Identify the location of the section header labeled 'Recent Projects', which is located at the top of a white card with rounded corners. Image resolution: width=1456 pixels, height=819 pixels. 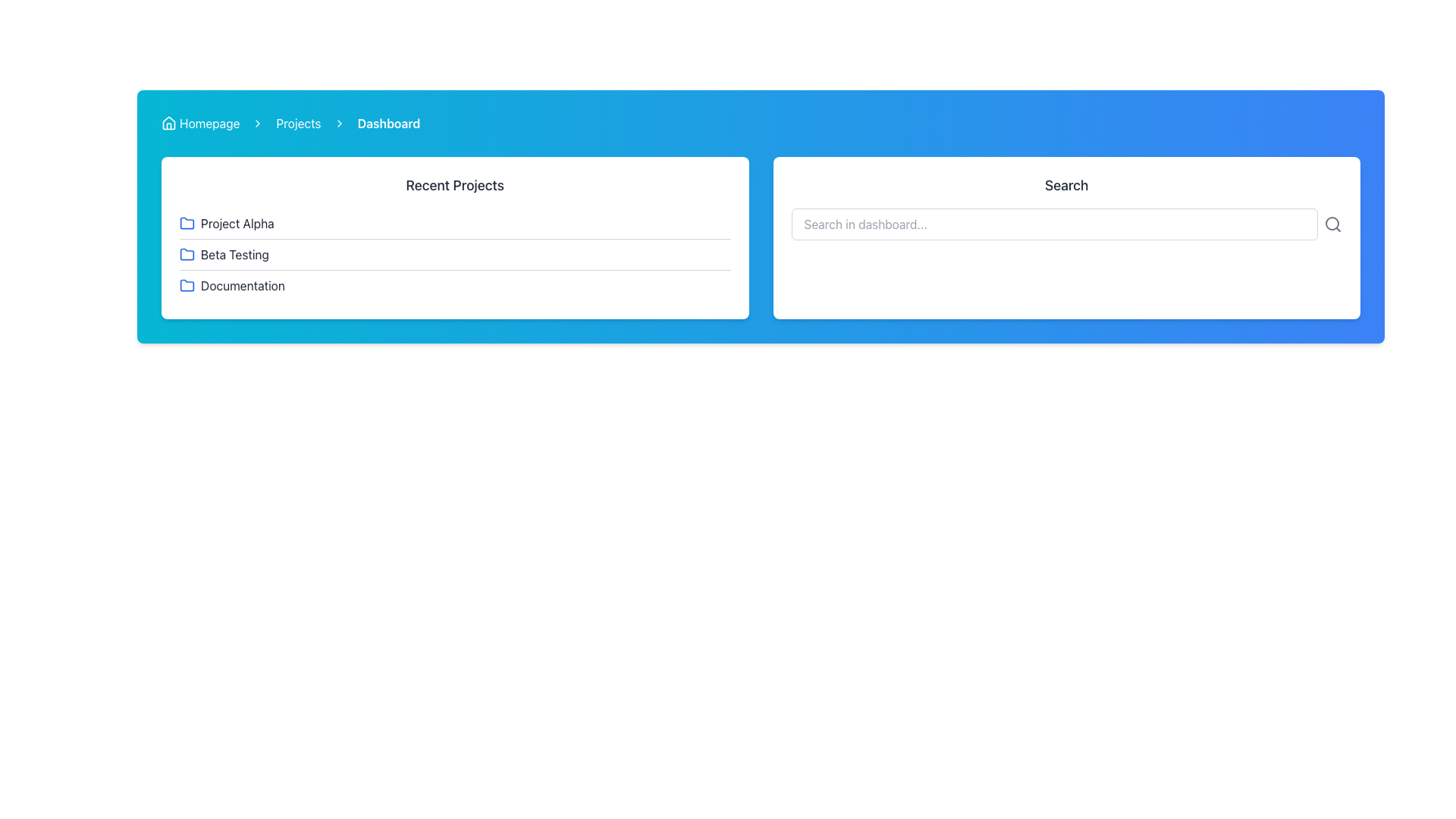
(454, 185).